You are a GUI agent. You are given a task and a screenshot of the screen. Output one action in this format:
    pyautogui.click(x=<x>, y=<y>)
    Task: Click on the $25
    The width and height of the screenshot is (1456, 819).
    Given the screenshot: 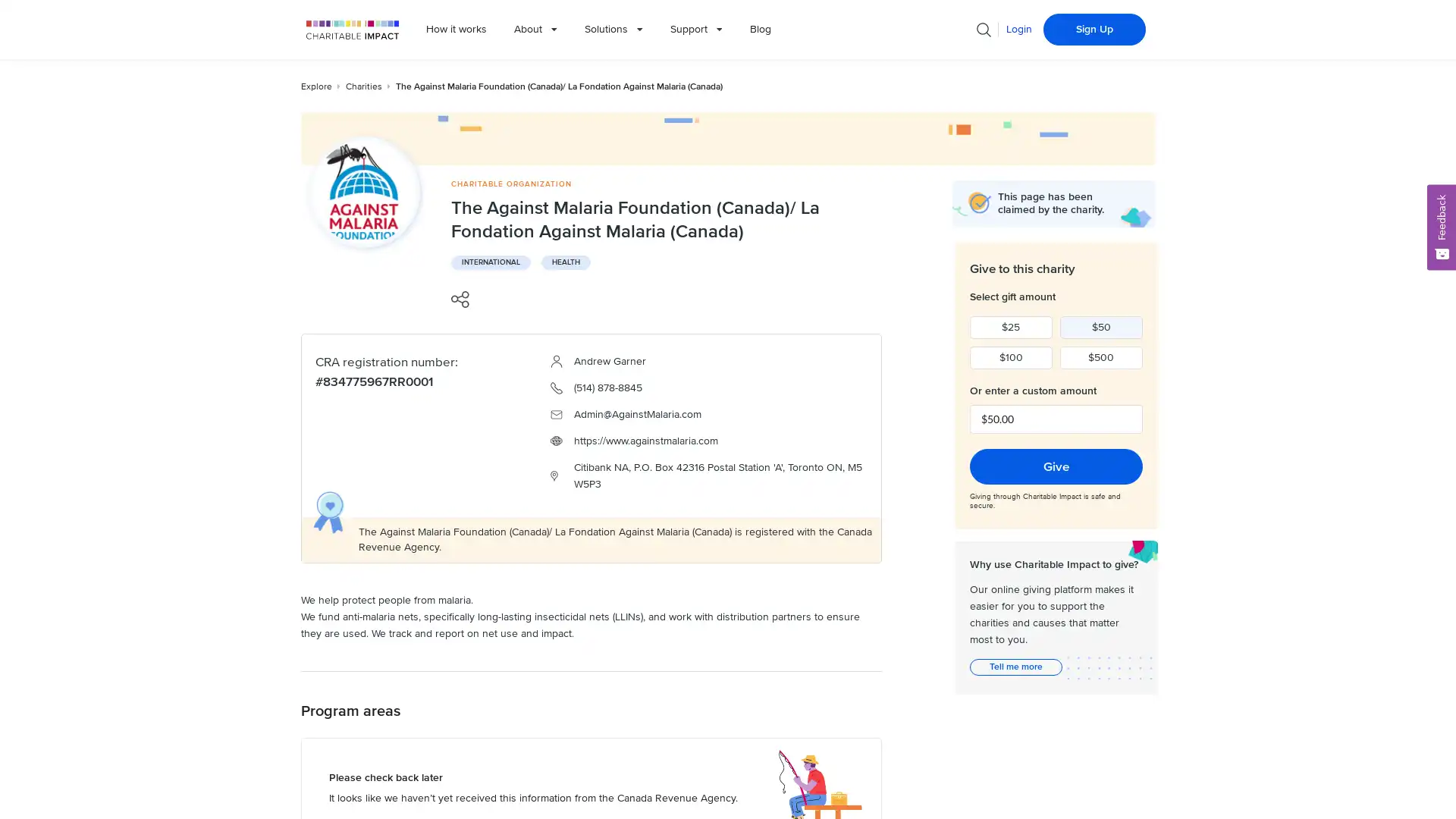 What is the action you would take?
    pyautogui.click(x=1010, y=326)
    